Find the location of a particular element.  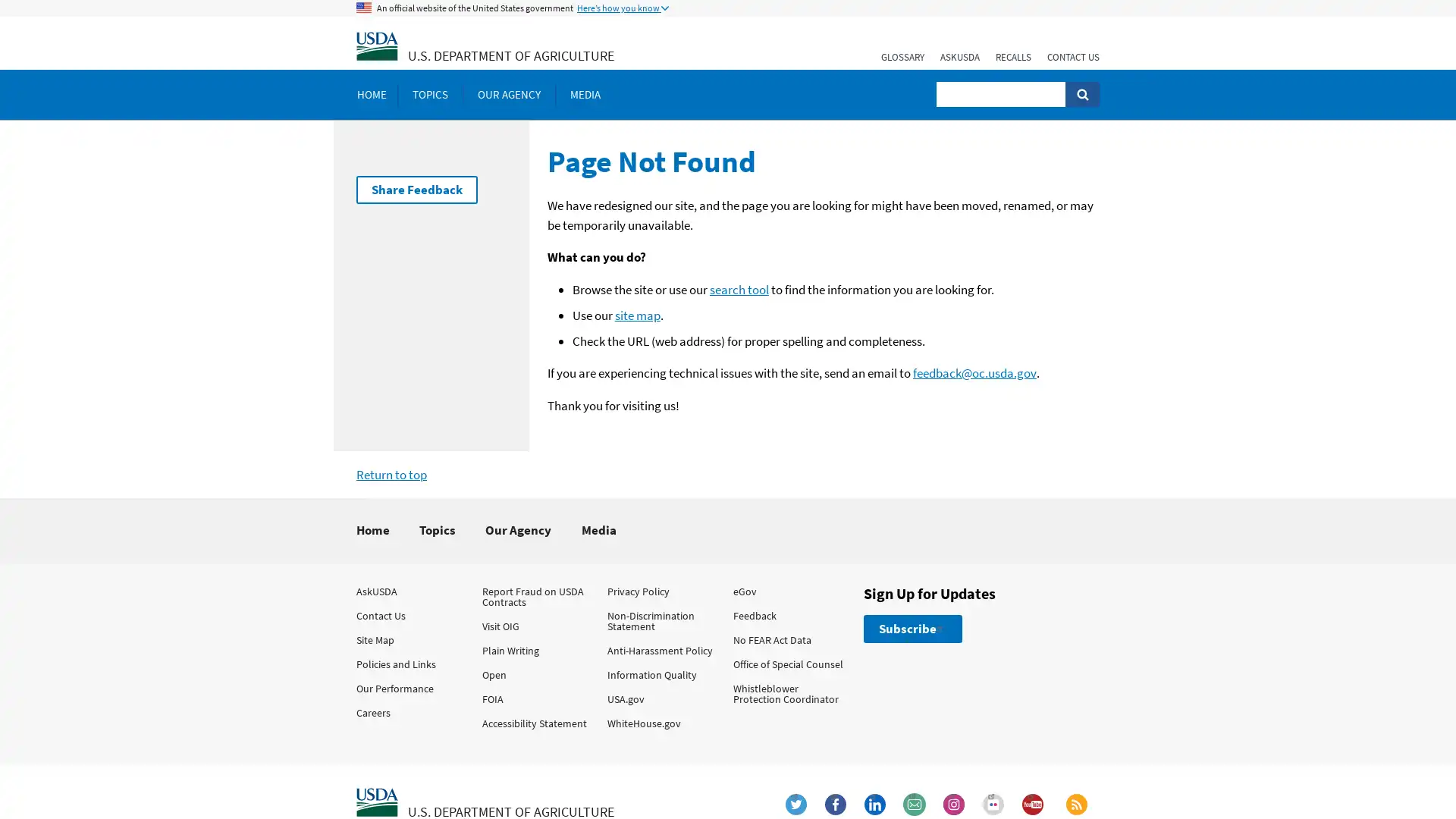

Search is located at coordinates (1081, 94).